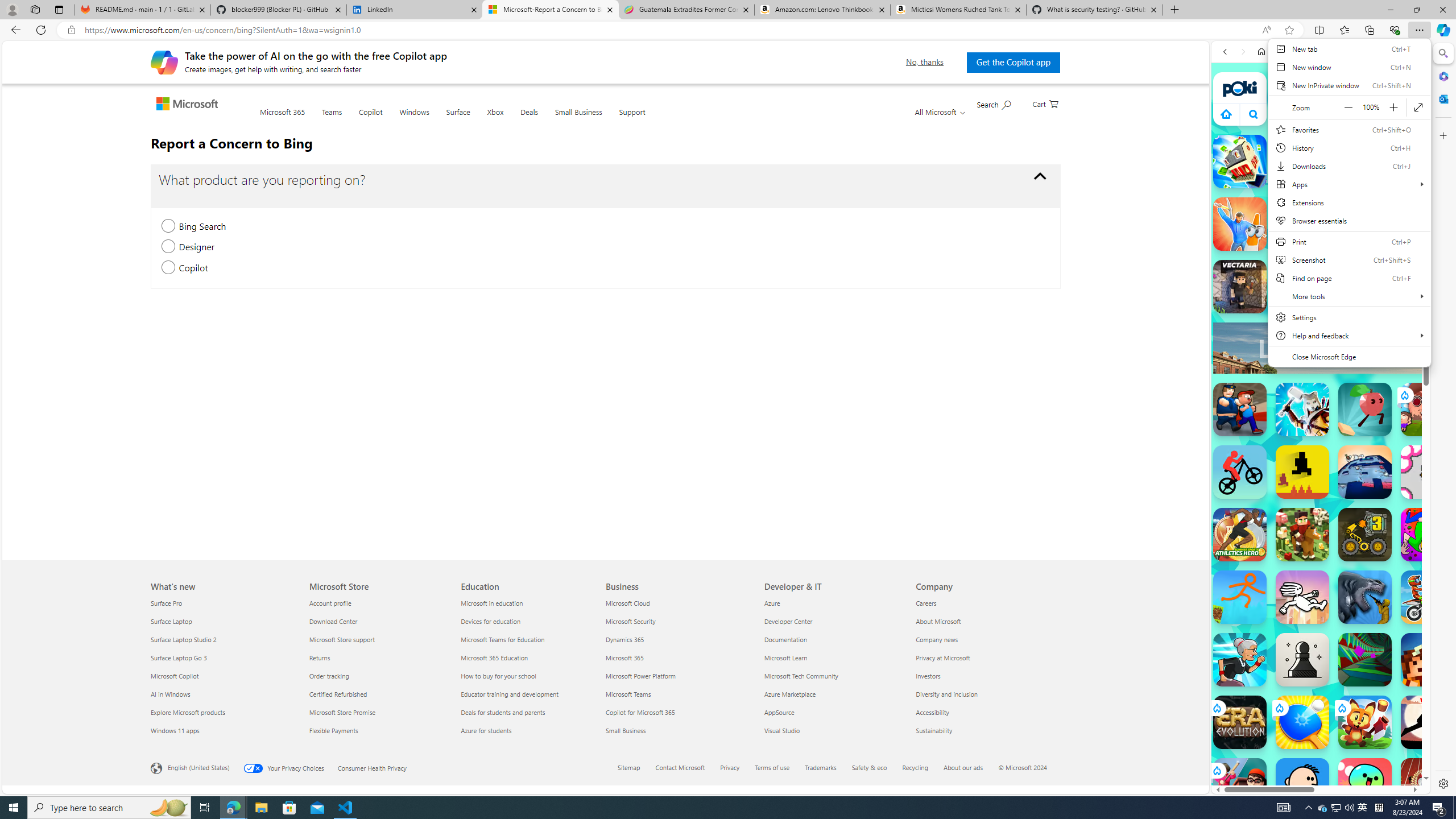  I want to click on 'Contact Microsoft', so click(679, 767).